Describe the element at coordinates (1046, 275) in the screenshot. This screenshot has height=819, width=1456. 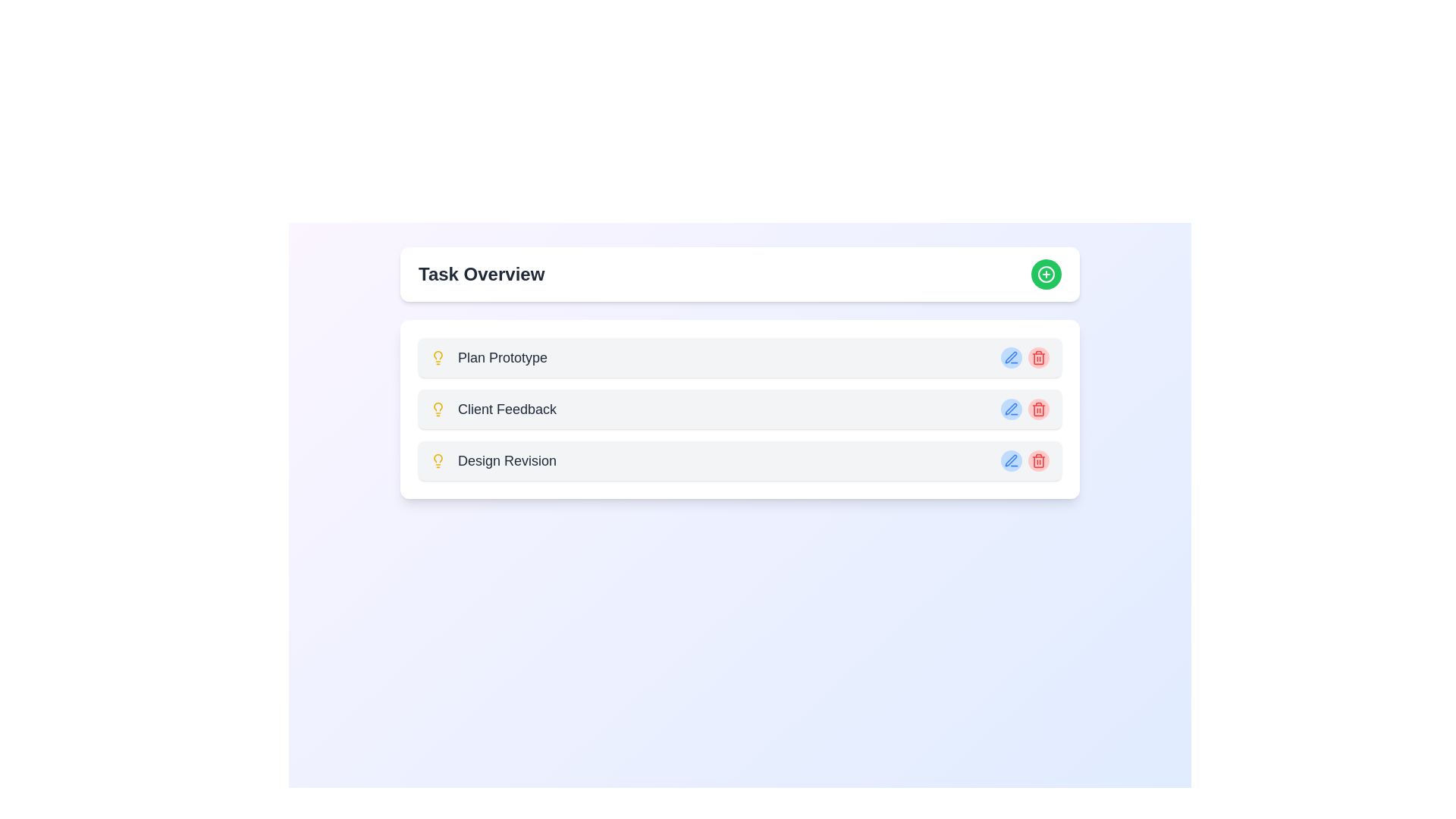
I see `the interactive button located in the top-right corner of the 'Task Overview' header` at that location.